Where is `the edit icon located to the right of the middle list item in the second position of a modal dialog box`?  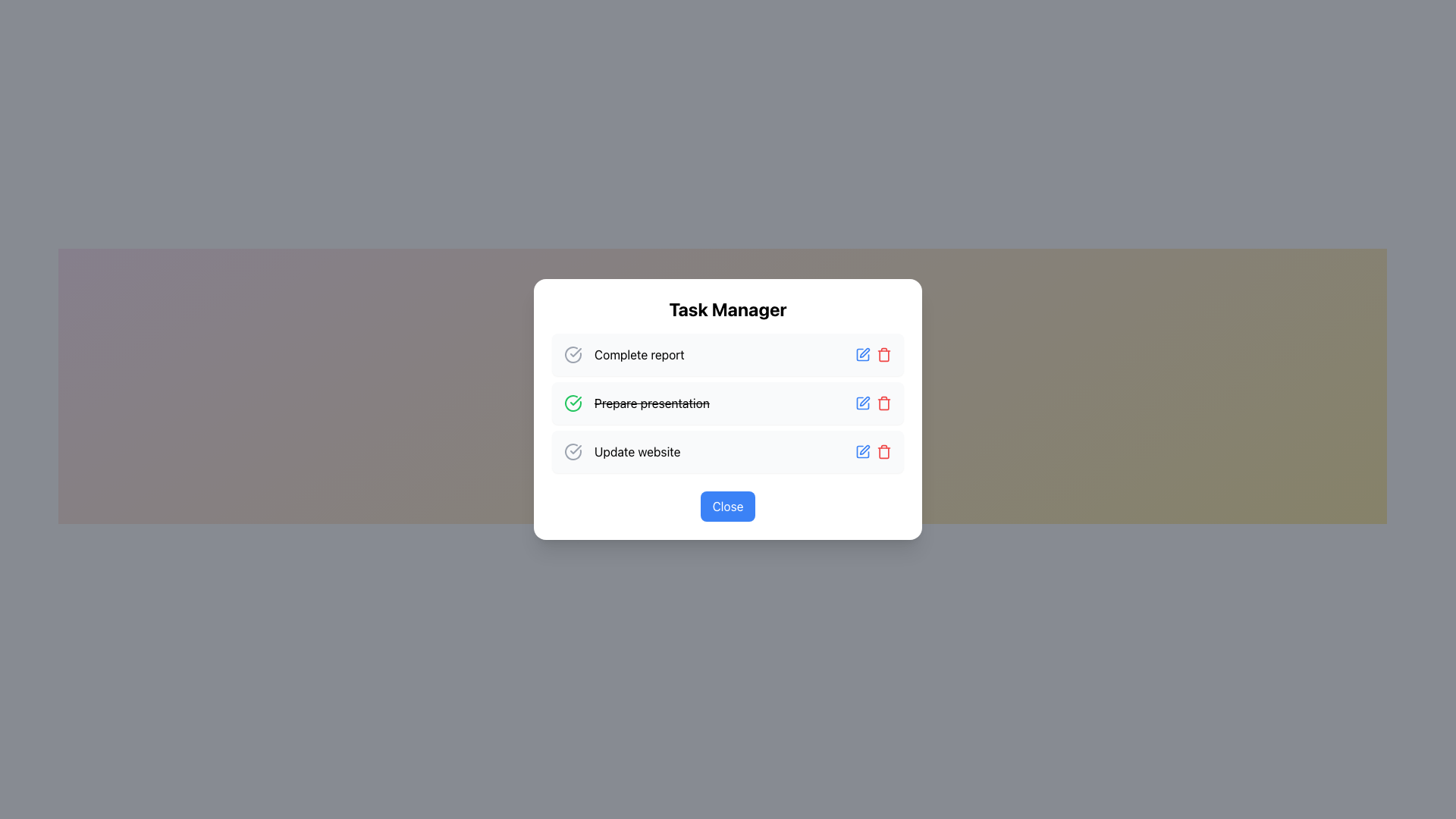 the edit icon located to the right of the middle list item in the second position of a modal dialog box is located at coordinates (864, 353).